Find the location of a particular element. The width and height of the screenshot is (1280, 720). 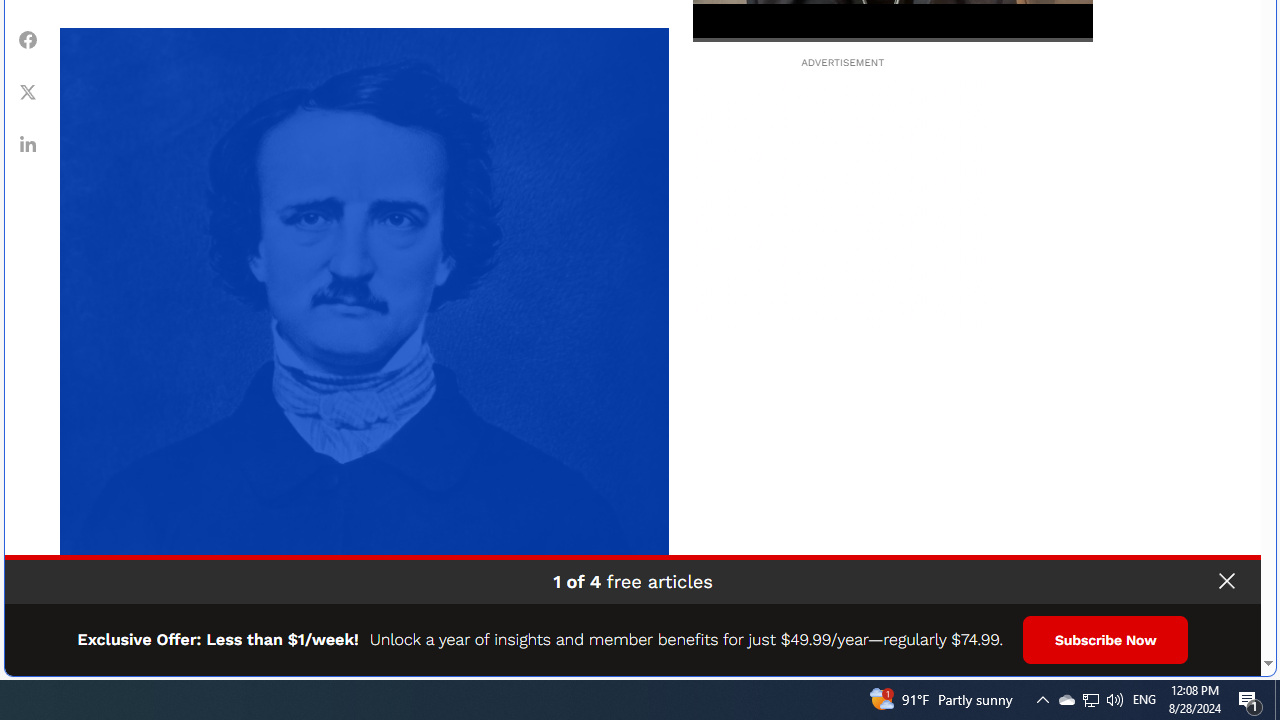

'Class: close-button unbutton' is located at coordinates (1225, 581).